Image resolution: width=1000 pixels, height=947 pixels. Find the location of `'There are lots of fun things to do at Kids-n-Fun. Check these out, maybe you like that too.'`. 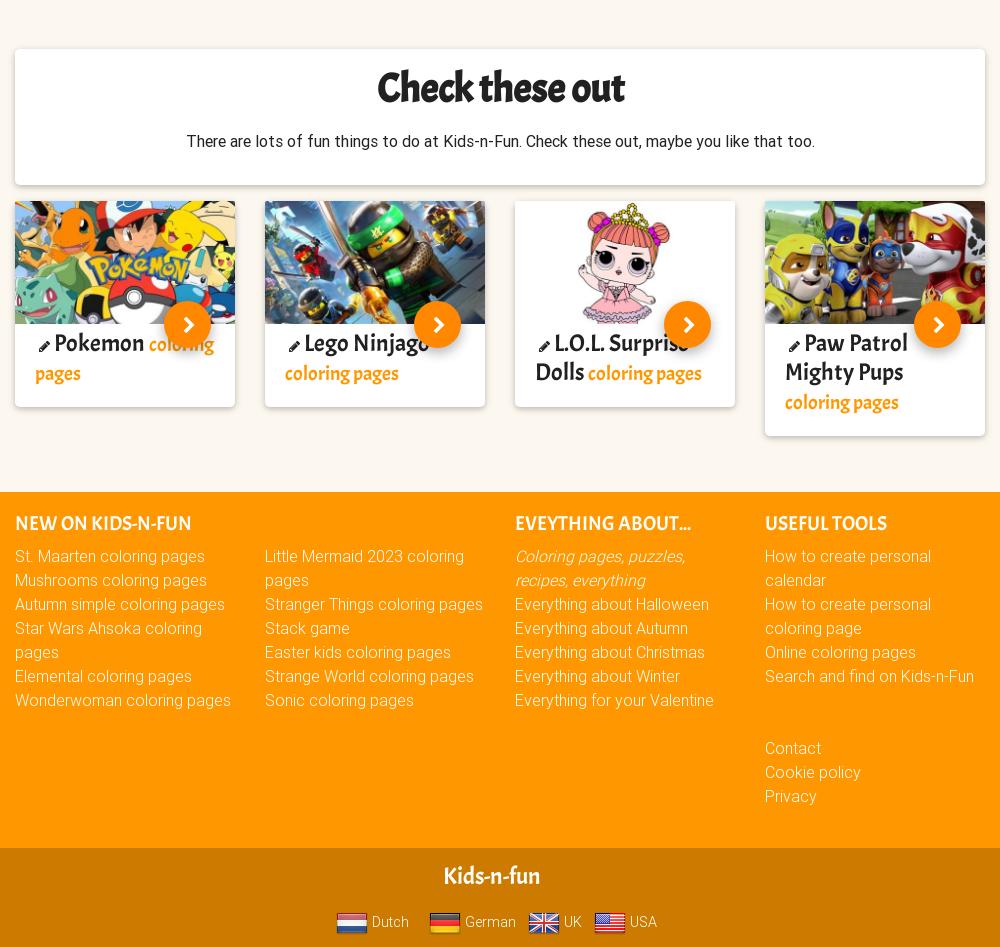

'There are lots of fun things to do at Kids-n-Fun. Check these out, maybe you like that too.' is located at coordinates (498, 138).